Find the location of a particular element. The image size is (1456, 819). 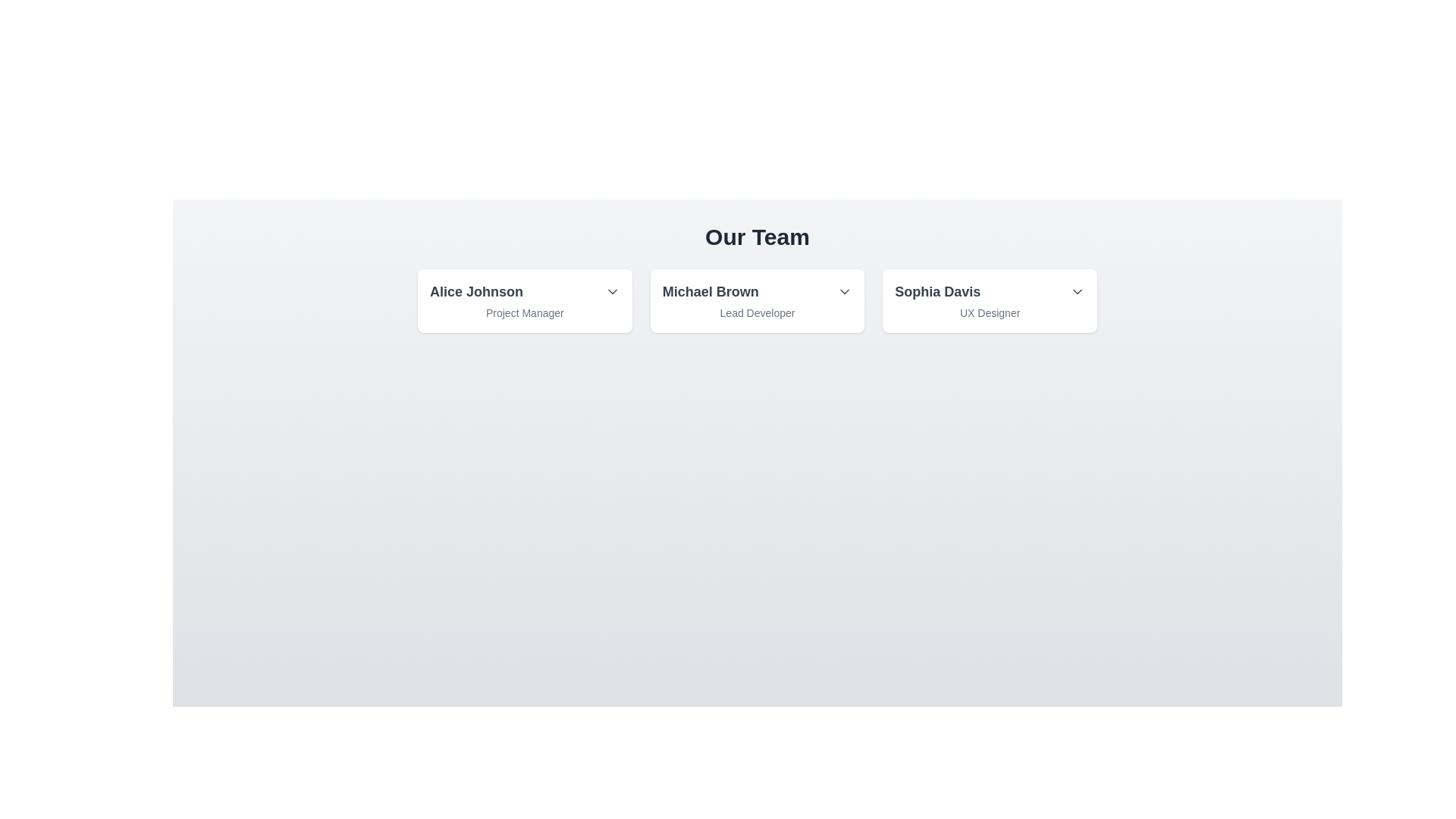

the Dropdown indicator icon located to the right of the 'Michael Brown' text to visualize its interactivity is located at coordinates (844, 292).